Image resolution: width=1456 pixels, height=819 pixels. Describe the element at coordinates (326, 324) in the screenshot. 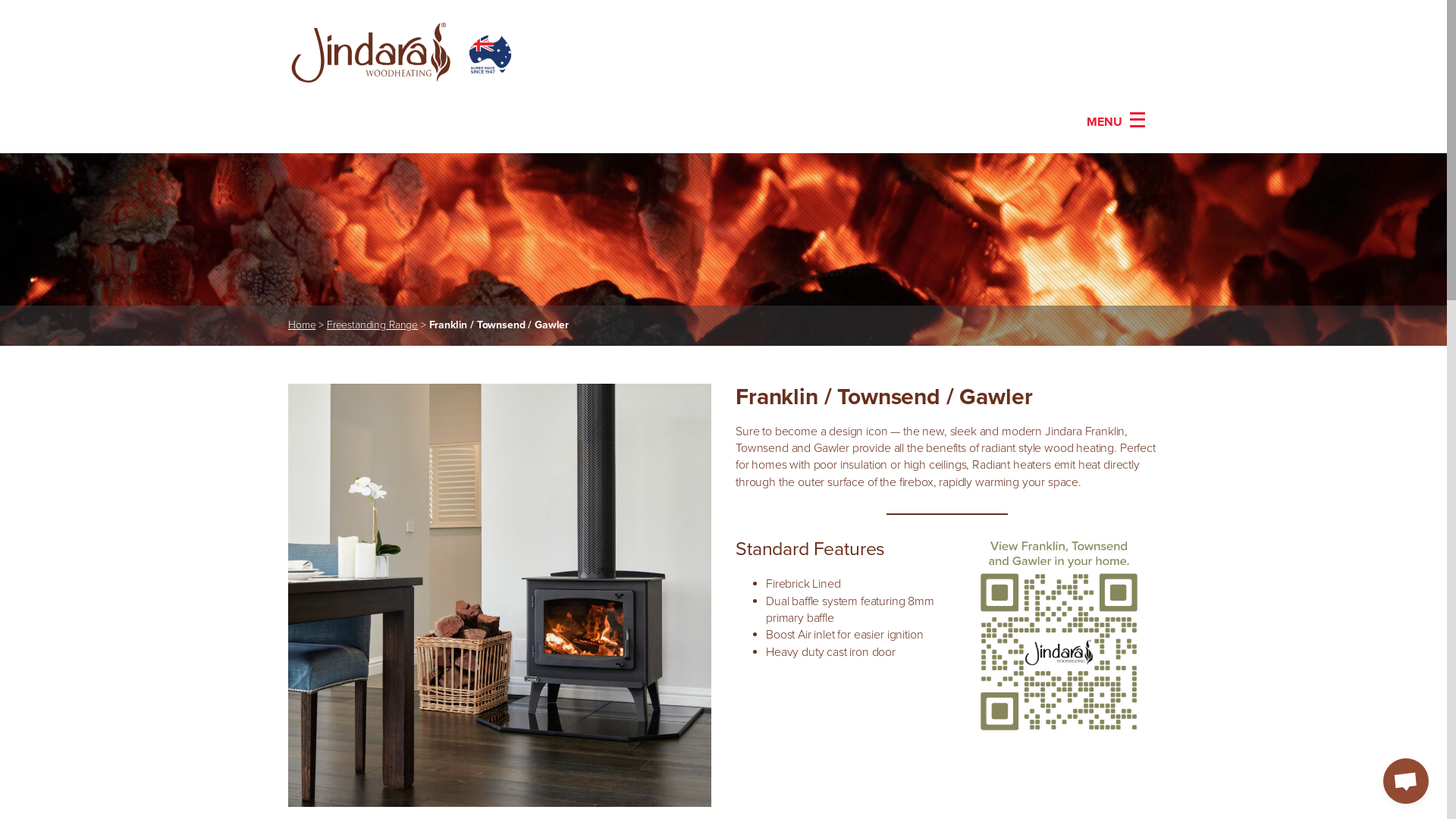

I see `'Freestanding Range'` at that location.